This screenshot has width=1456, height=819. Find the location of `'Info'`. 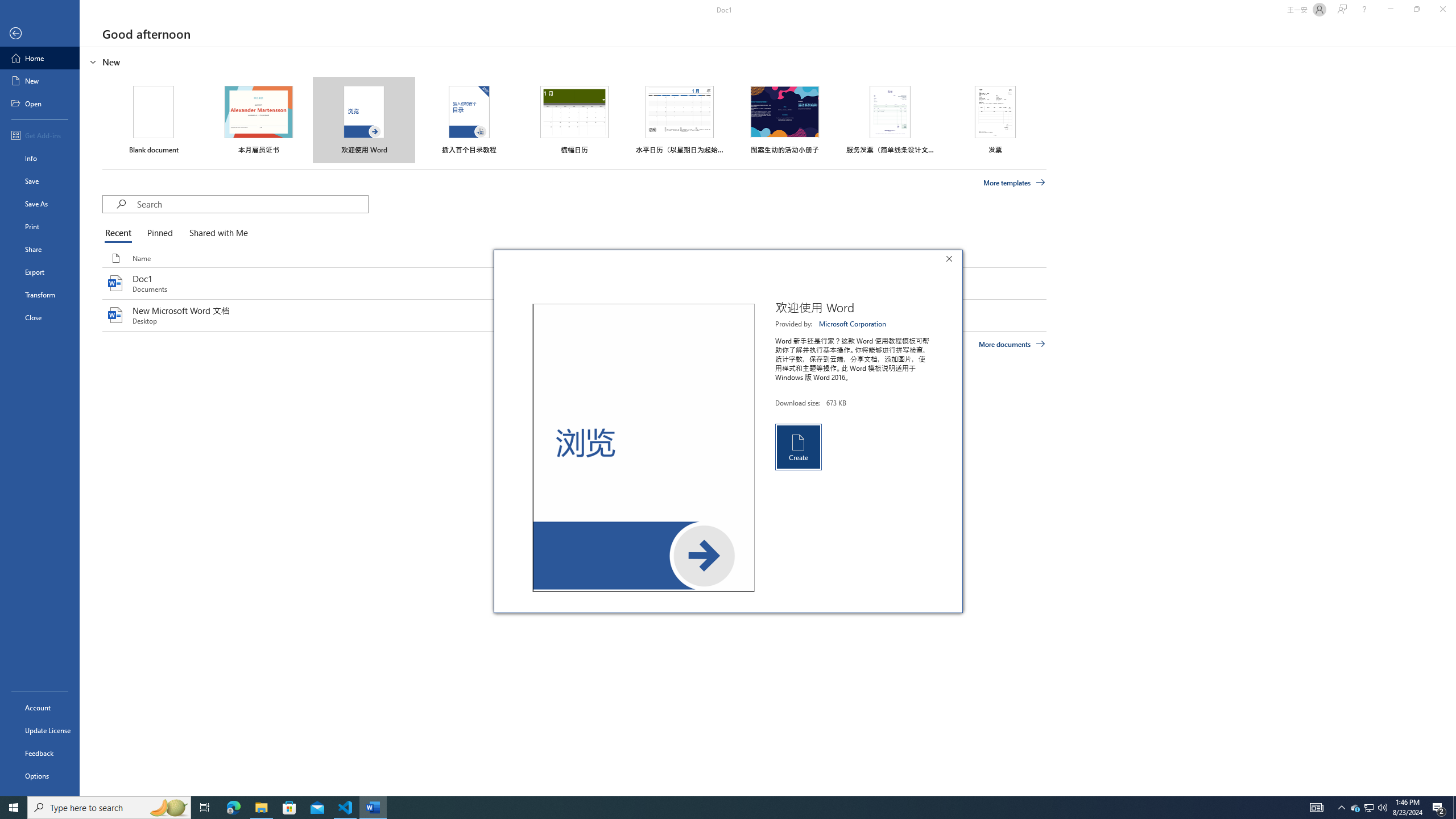

'Info' is located at coordinates (39, 157).